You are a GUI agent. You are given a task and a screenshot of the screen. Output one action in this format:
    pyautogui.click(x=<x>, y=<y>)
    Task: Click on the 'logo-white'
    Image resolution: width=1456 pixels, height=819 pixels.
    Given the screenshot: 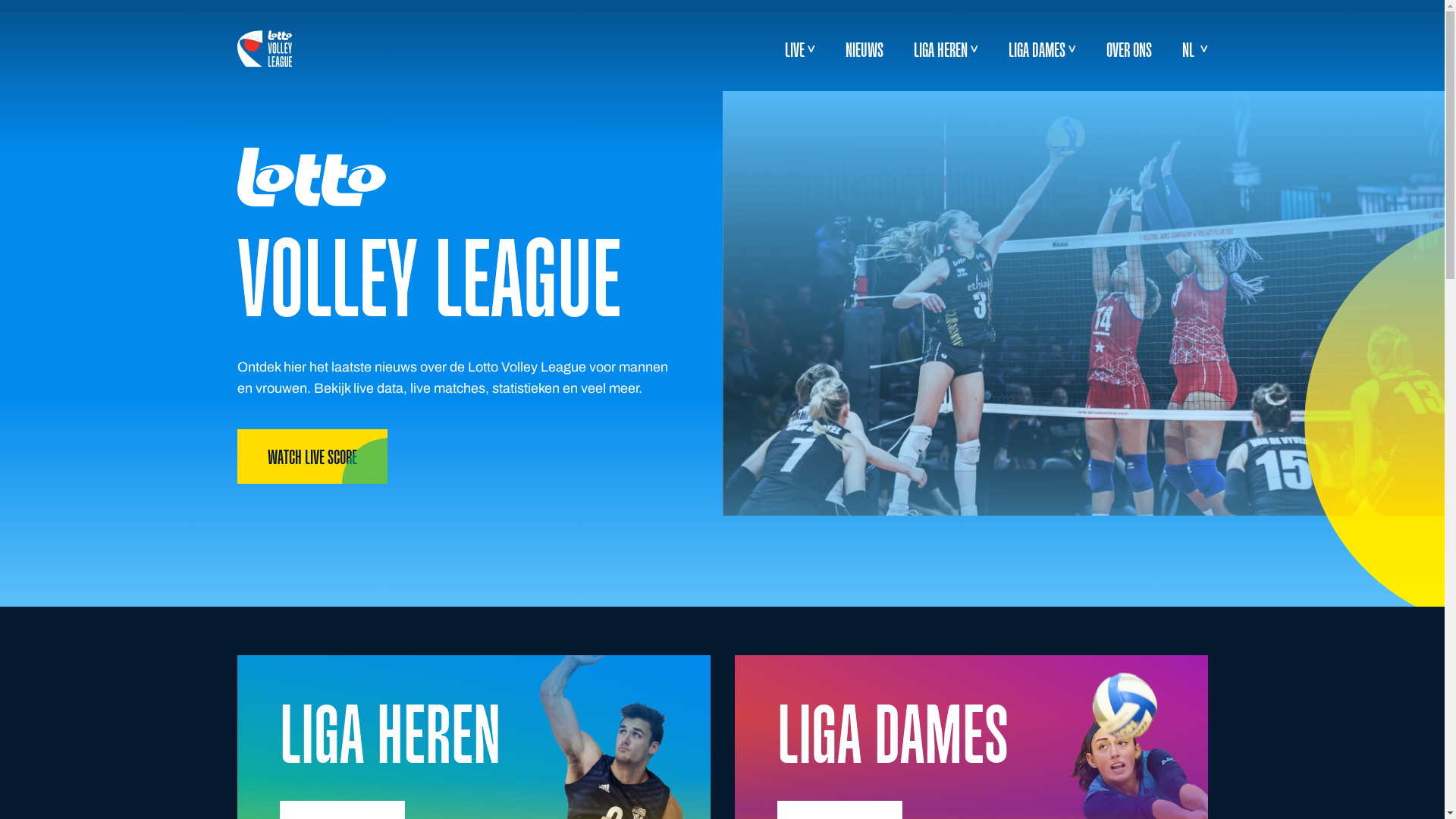 What is the action you would take?
    pyautogui.click(x=264, y=48)
    